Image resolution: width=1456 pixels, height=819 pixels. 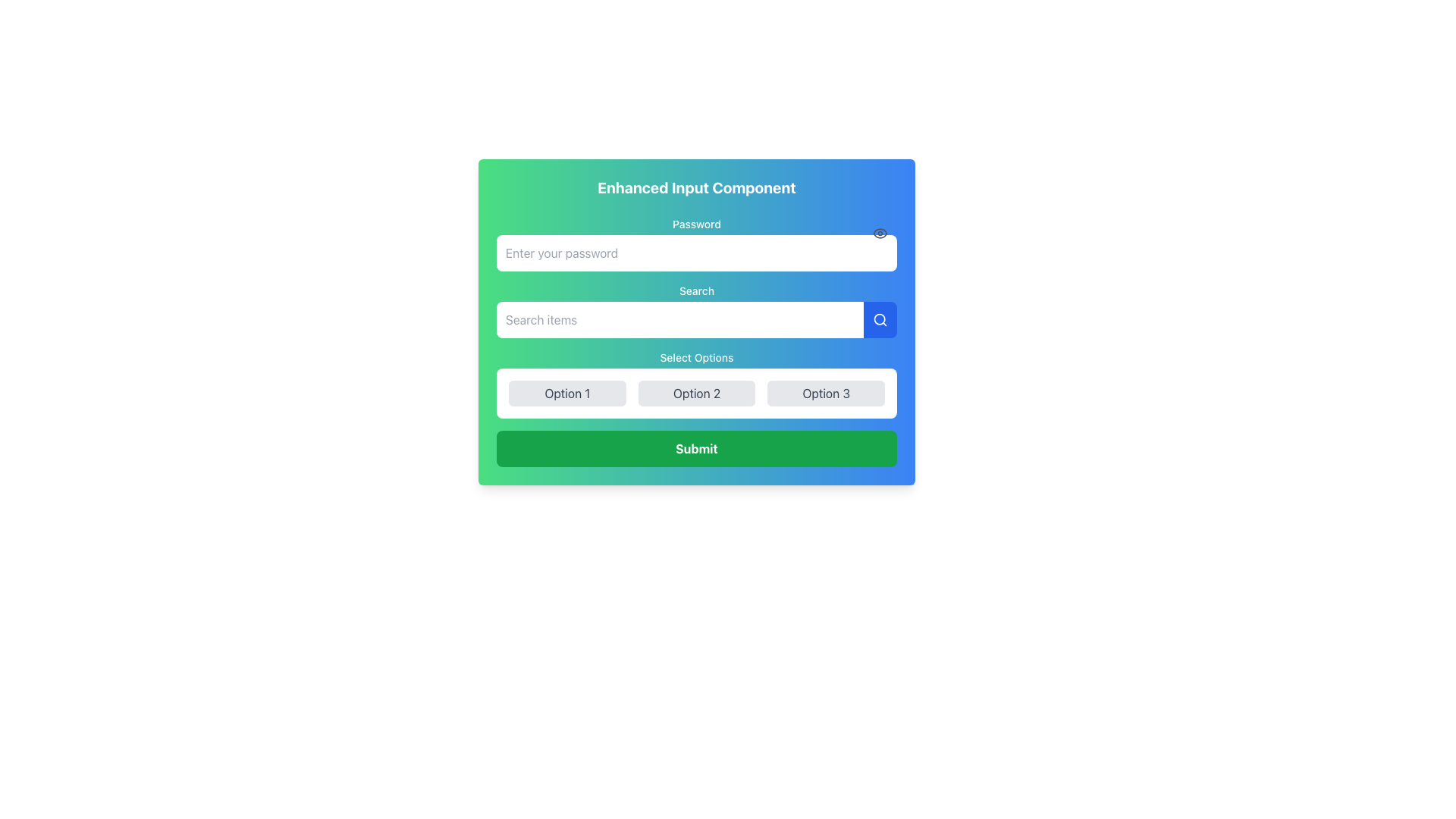 I want to click on the password visibility toggle icon located at the far-right side of the password input field, so click(x=880, y=234).